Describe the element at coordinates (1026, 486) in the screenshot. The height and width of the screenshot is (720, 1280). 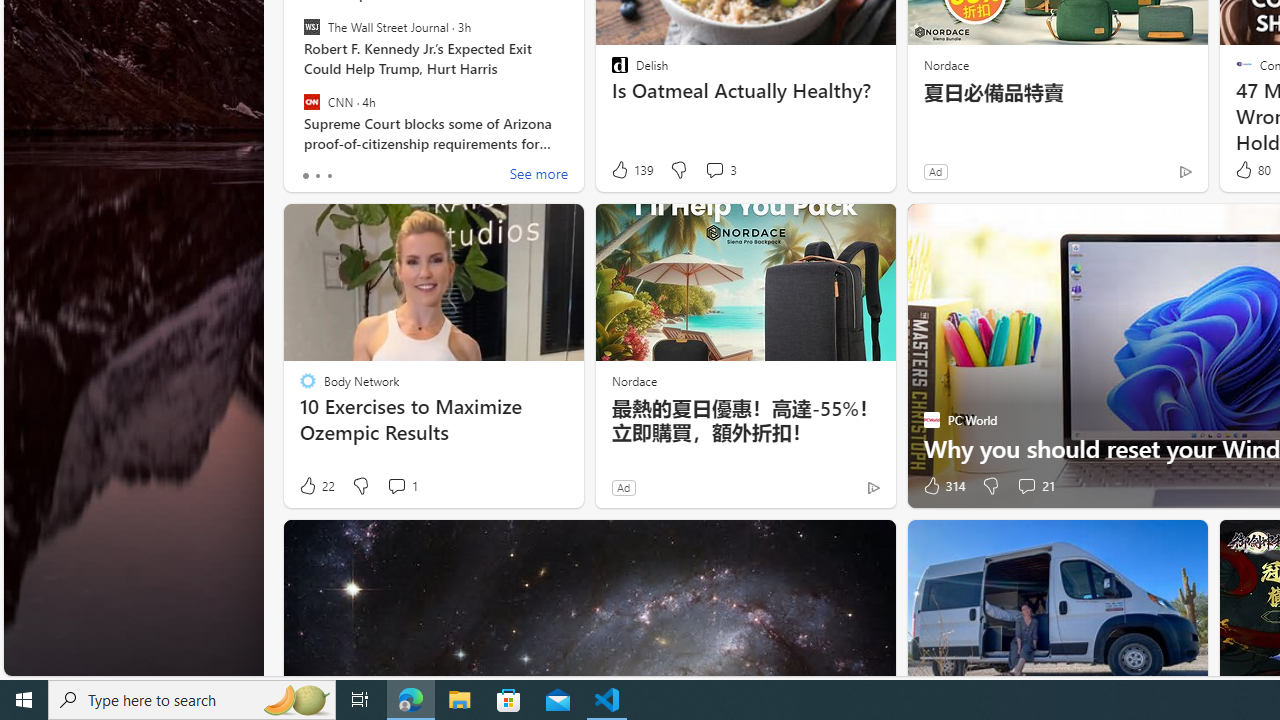
I see `'View comments 21 Comment'` at that location.